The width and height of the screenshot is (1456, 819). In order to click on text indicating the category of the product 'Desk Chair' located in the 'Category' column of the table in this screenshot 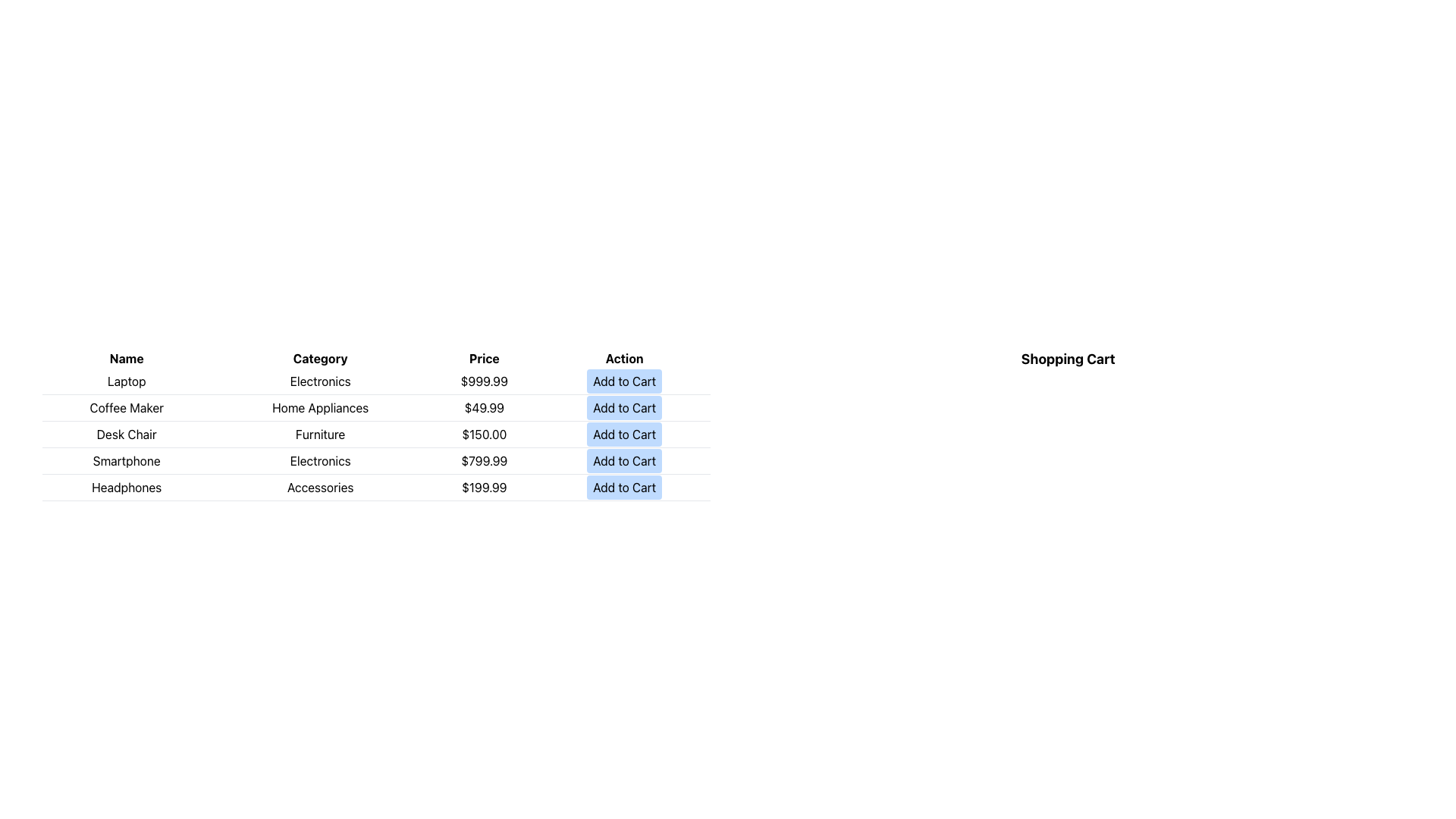, I will do `click(319, 435)`.